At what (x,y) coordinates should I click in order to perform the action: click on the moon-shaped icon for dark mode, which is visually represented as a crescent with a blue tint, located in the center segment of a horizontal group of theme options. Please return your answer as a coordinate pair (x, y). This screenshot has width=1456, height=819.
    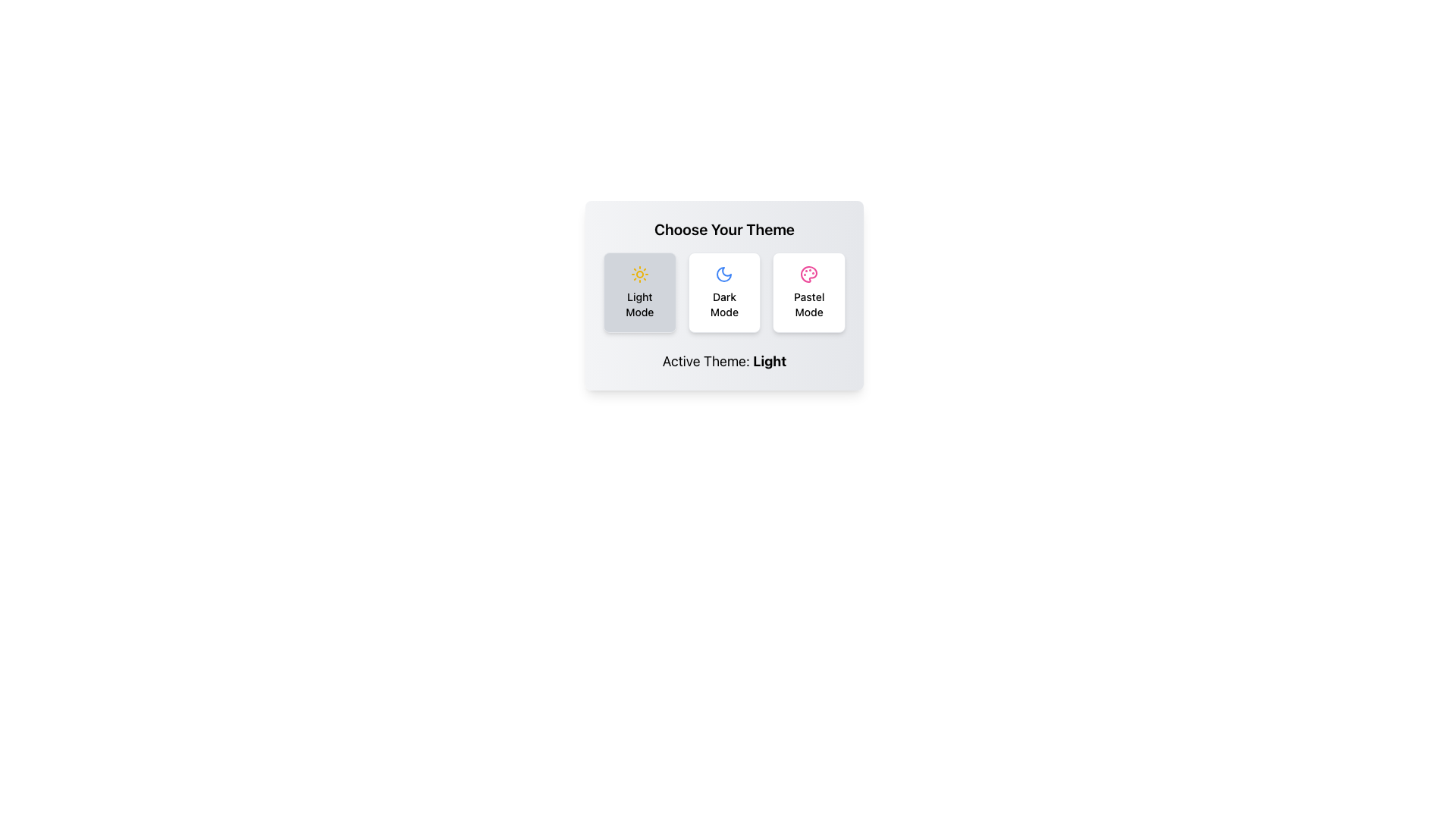
    Looking at the image, I should click on (723, 275).